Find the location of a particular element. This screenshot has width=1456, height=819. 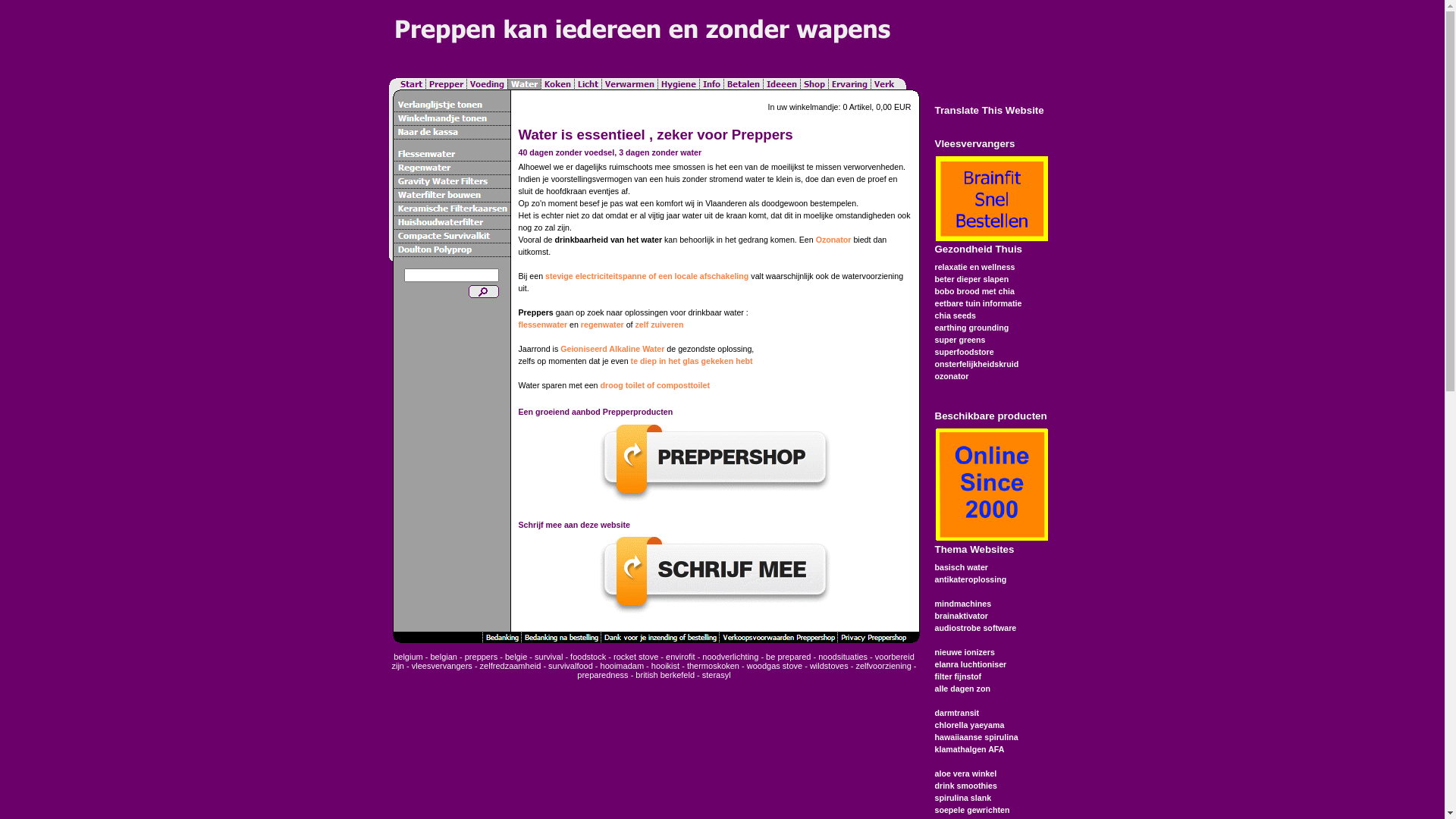

'basisch water' is located at coordinates (960, 567).